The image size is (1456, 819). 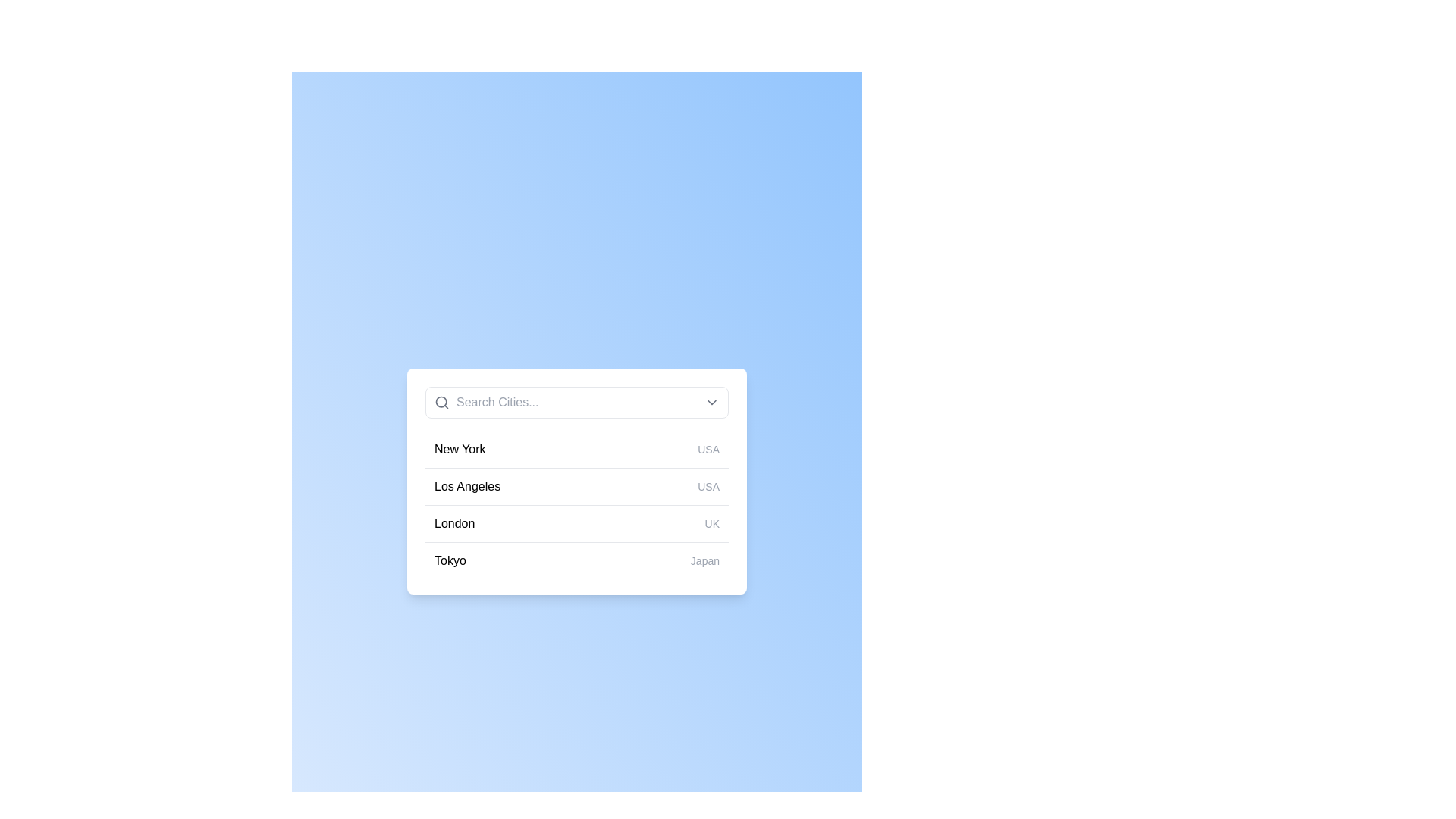 What do you see at coordinates (711, 522) in the screenshot?
I see `the Text label indicating the country associated with the city 'London', located in the bottom-right area of its row` at bounding box center [711, 522].